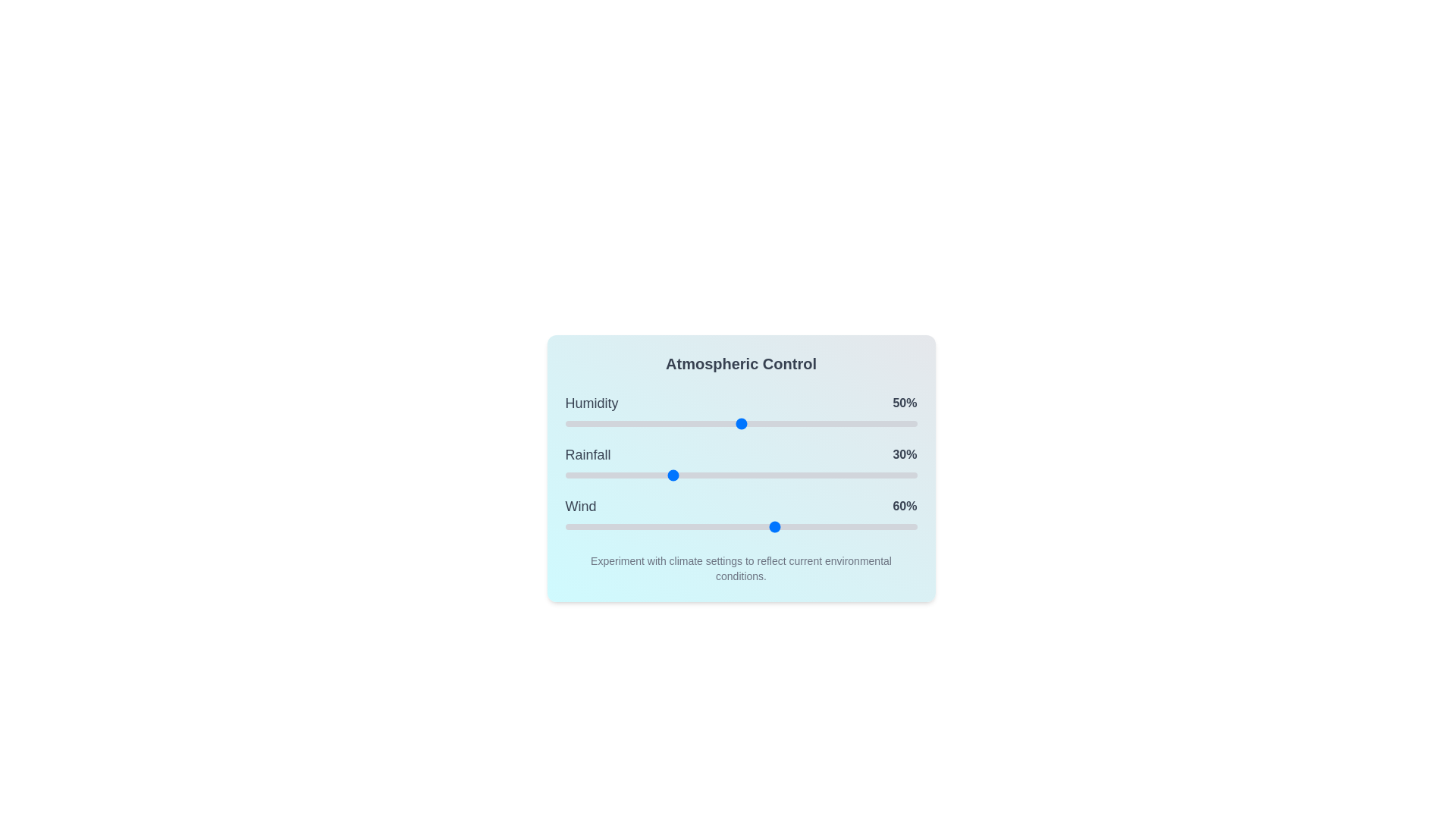  Describe the element at coordinates (673, 475) in the screenshot. I see `the 1 slider to 31%` at that location.